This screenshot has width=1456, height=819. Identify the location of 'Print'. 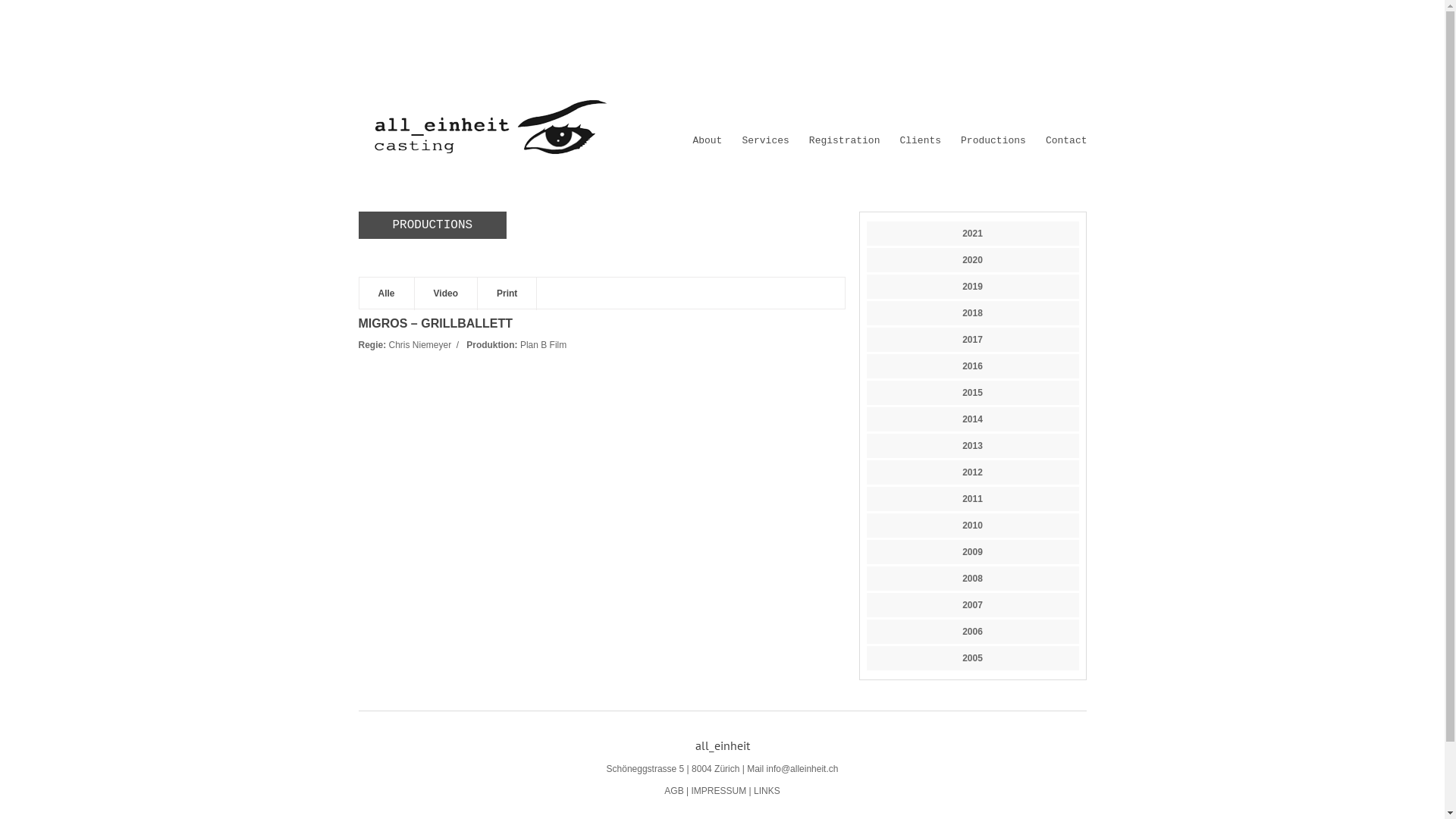
(507, 293).